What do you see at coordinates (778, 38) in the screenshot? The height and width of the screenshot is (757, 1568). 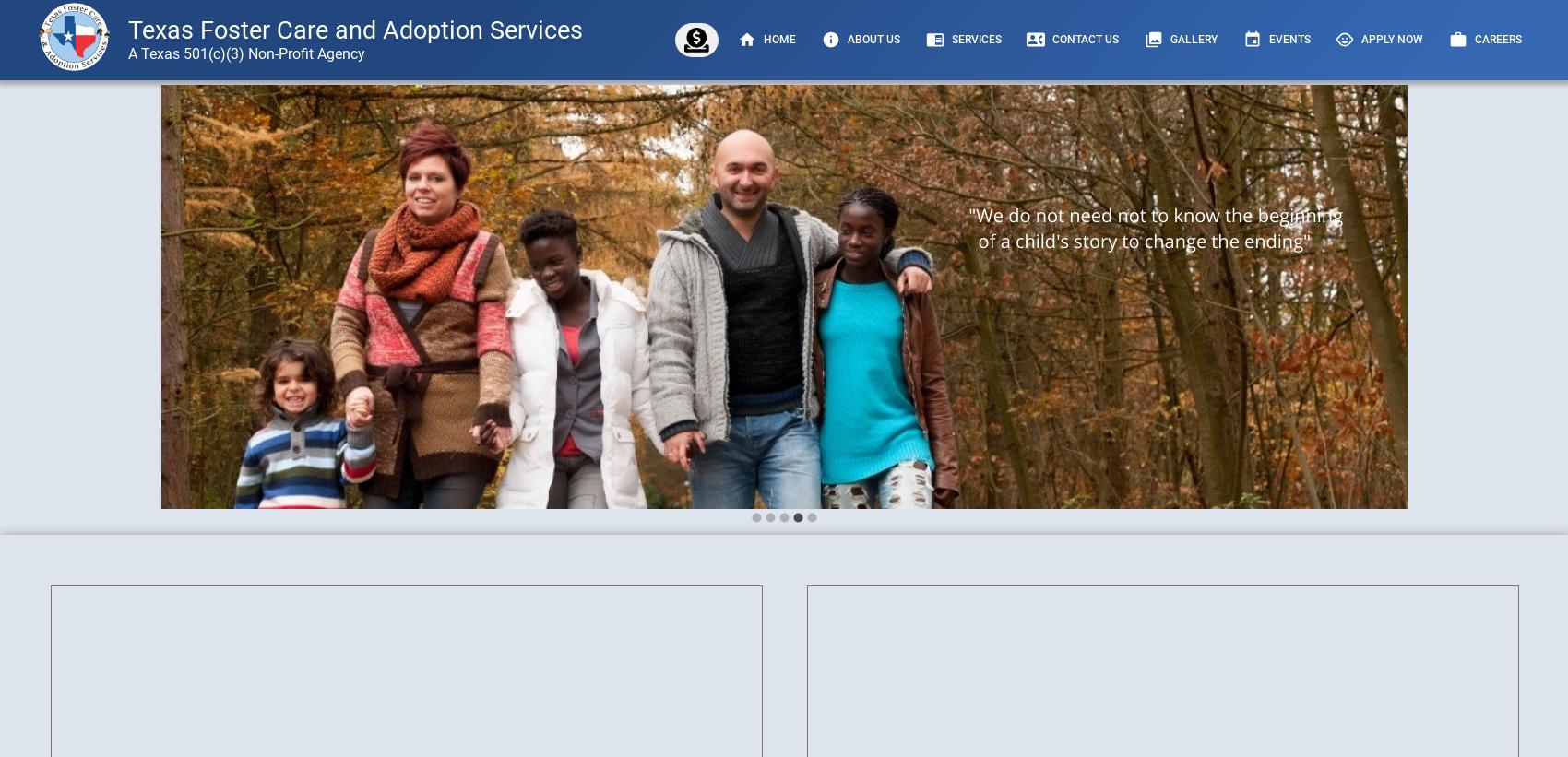 I see `'Home'` at bounding box center [778, 38].